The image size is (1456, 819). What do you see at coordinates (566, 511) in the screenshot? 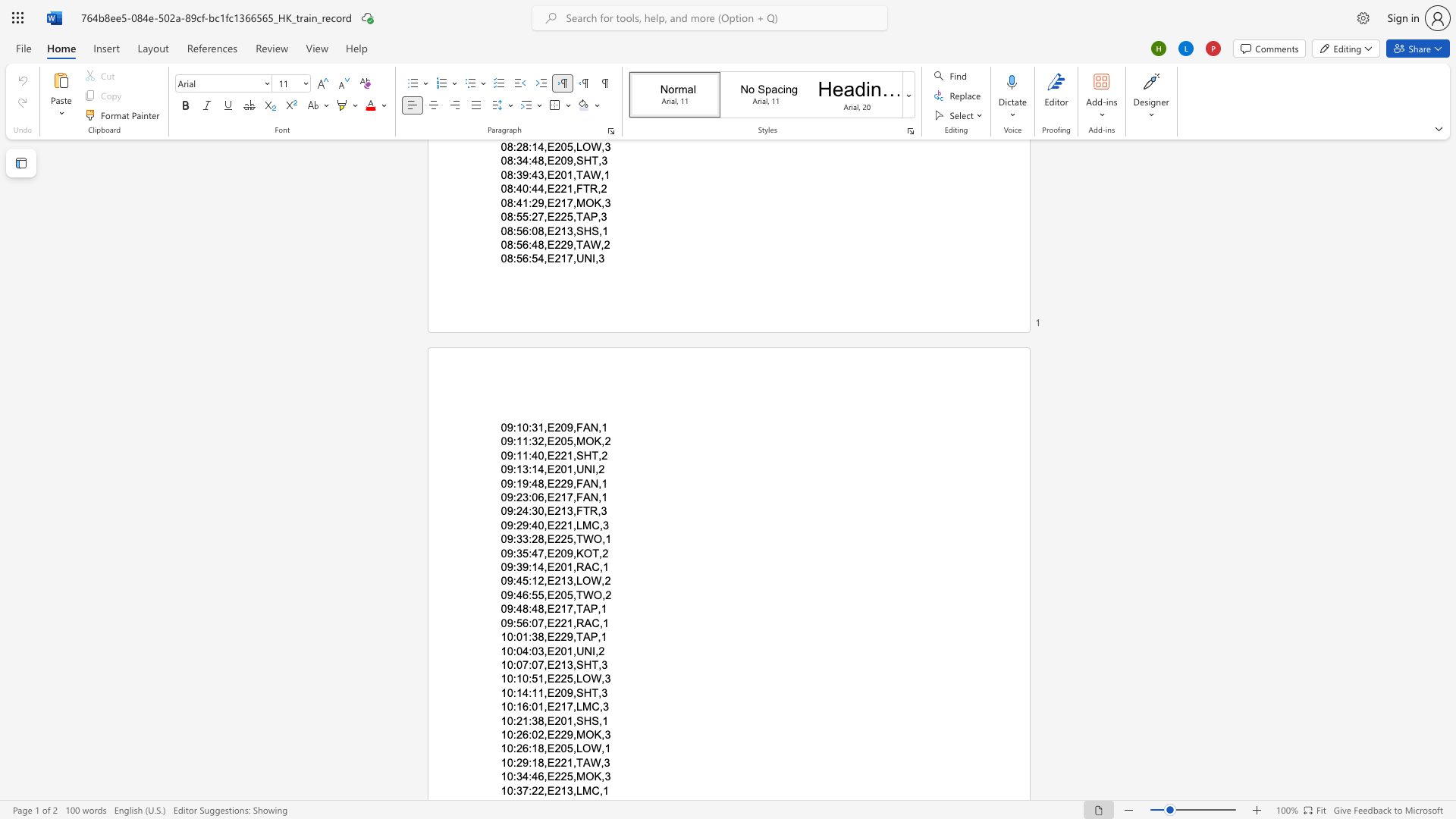
I see `the subset text "3,FTR,3" within the text "09:24:30,E213,FTR,3"` at bounding box center [566, 511].